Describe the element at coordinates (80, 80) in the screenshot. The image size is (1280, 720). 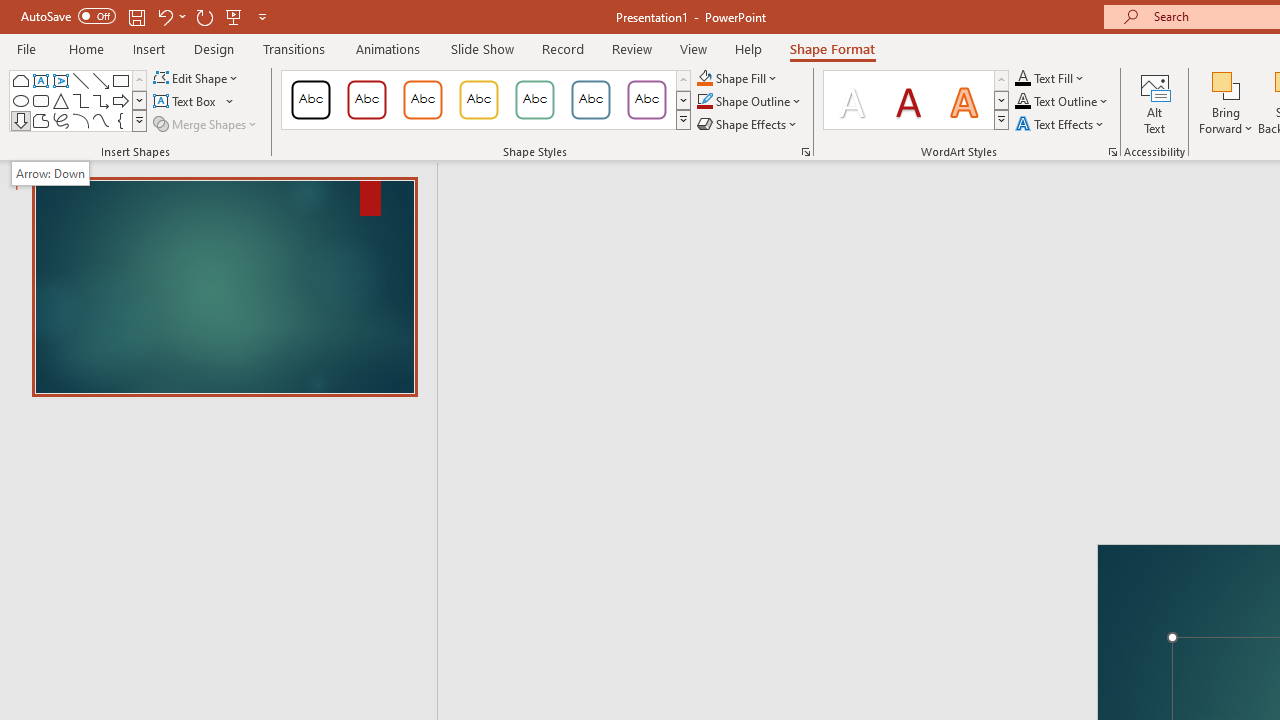
I see `'Line'` at that location.